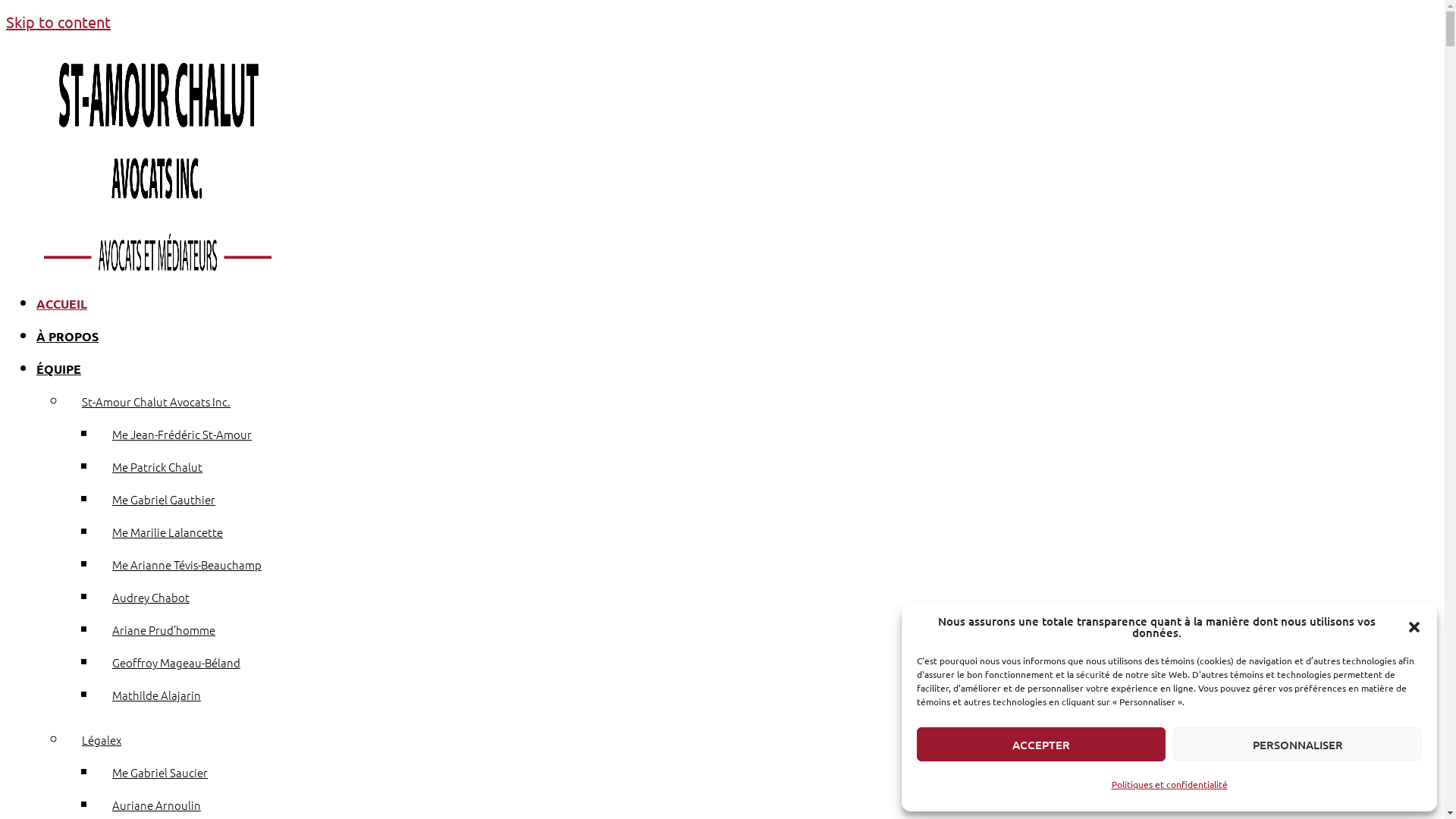  What do you see at coordinates (156, 695) in the screenshot?
I see `'Mathilde Alajarin'` at bounding box center [156, 695].